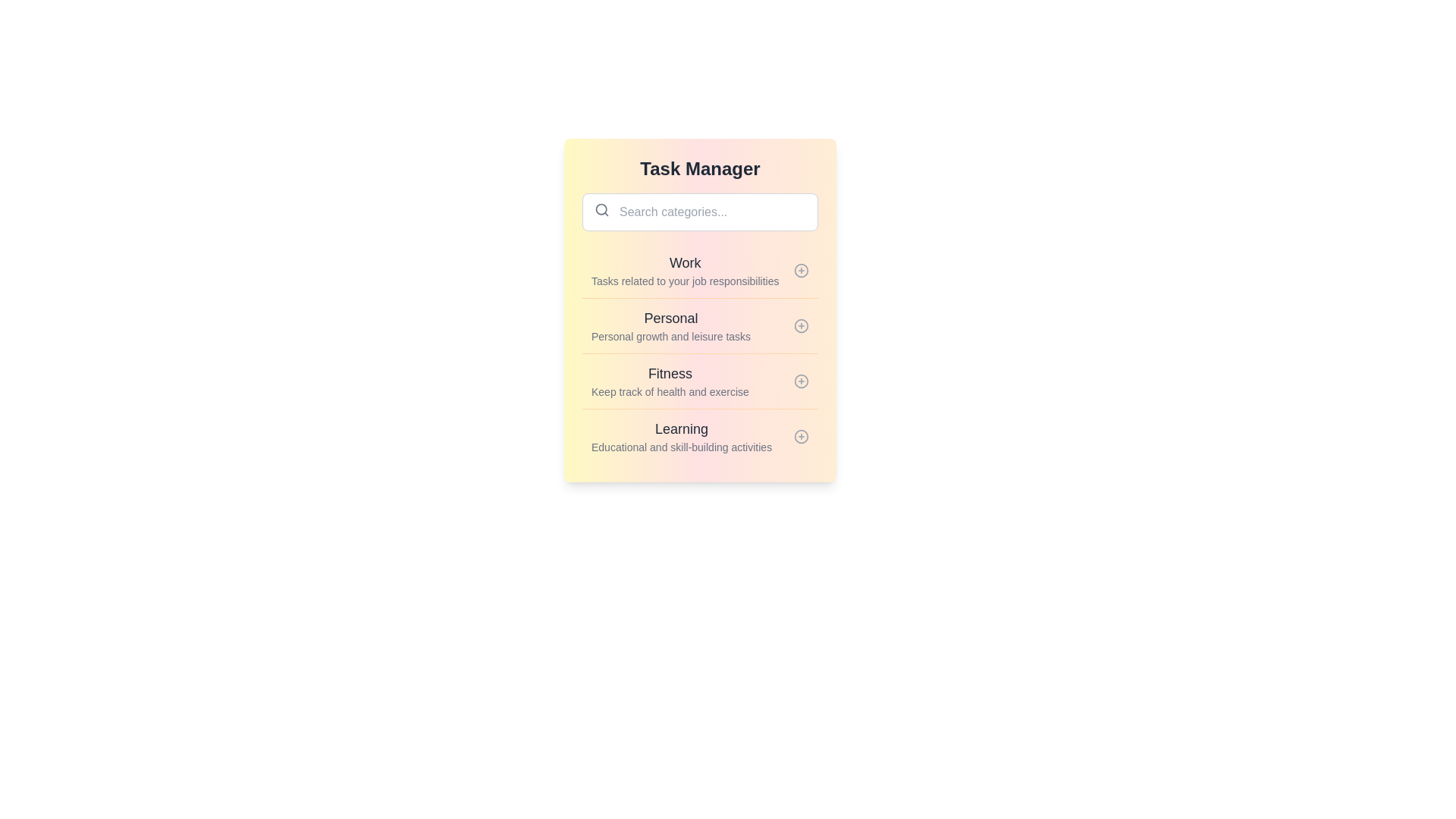 The height and width of the screenshot is (819, 1456). I want to click on the static text label that elaborates on the 'Work' category, located directly beneath the 'Work' heading in the main content area, so click(684, 281).